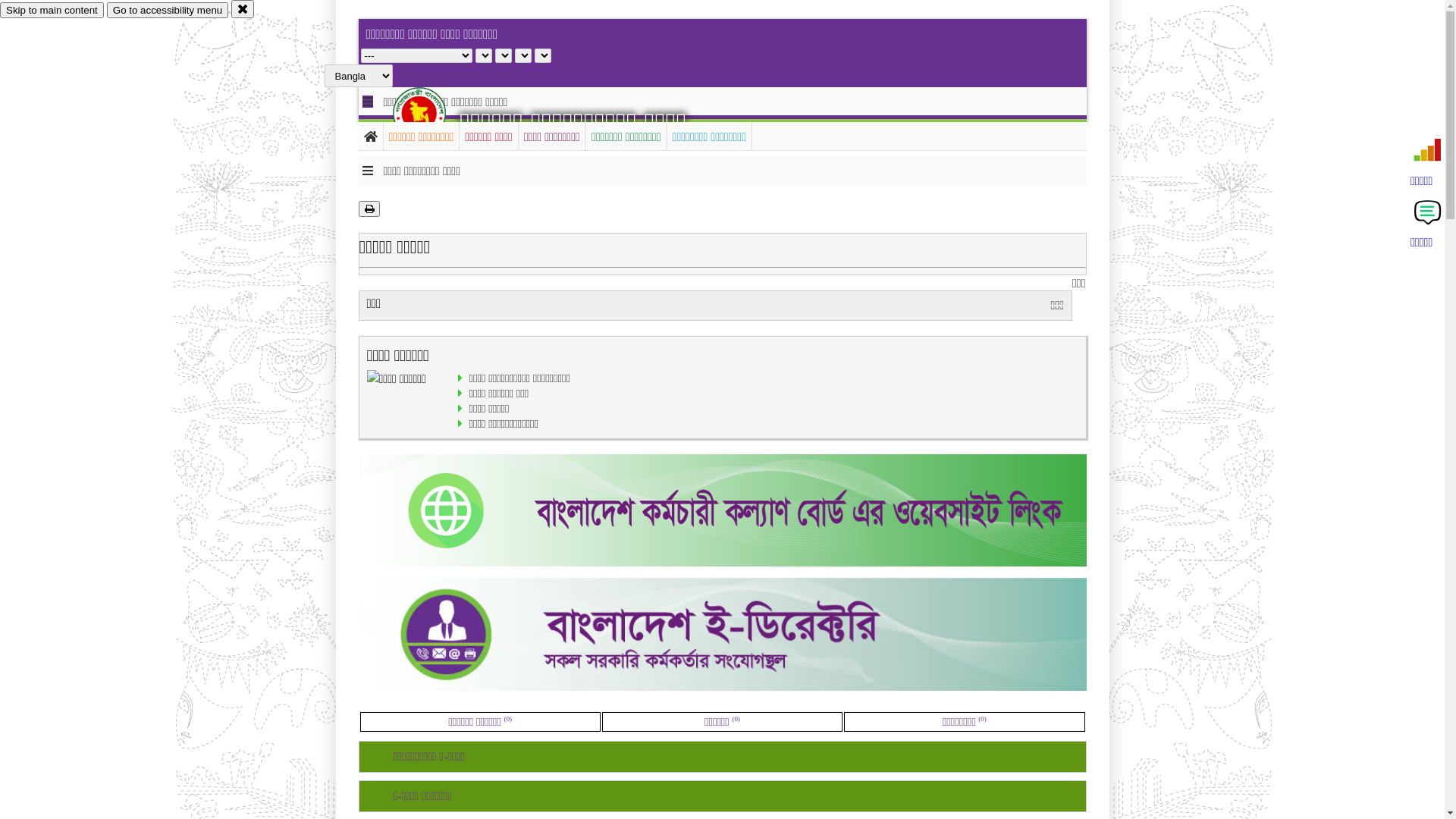 The height and width of the screenshot is (819, 1456). Describe the element at coordinates (0, 10) in the screenshot. I see `'Skip to main content'` at that location.